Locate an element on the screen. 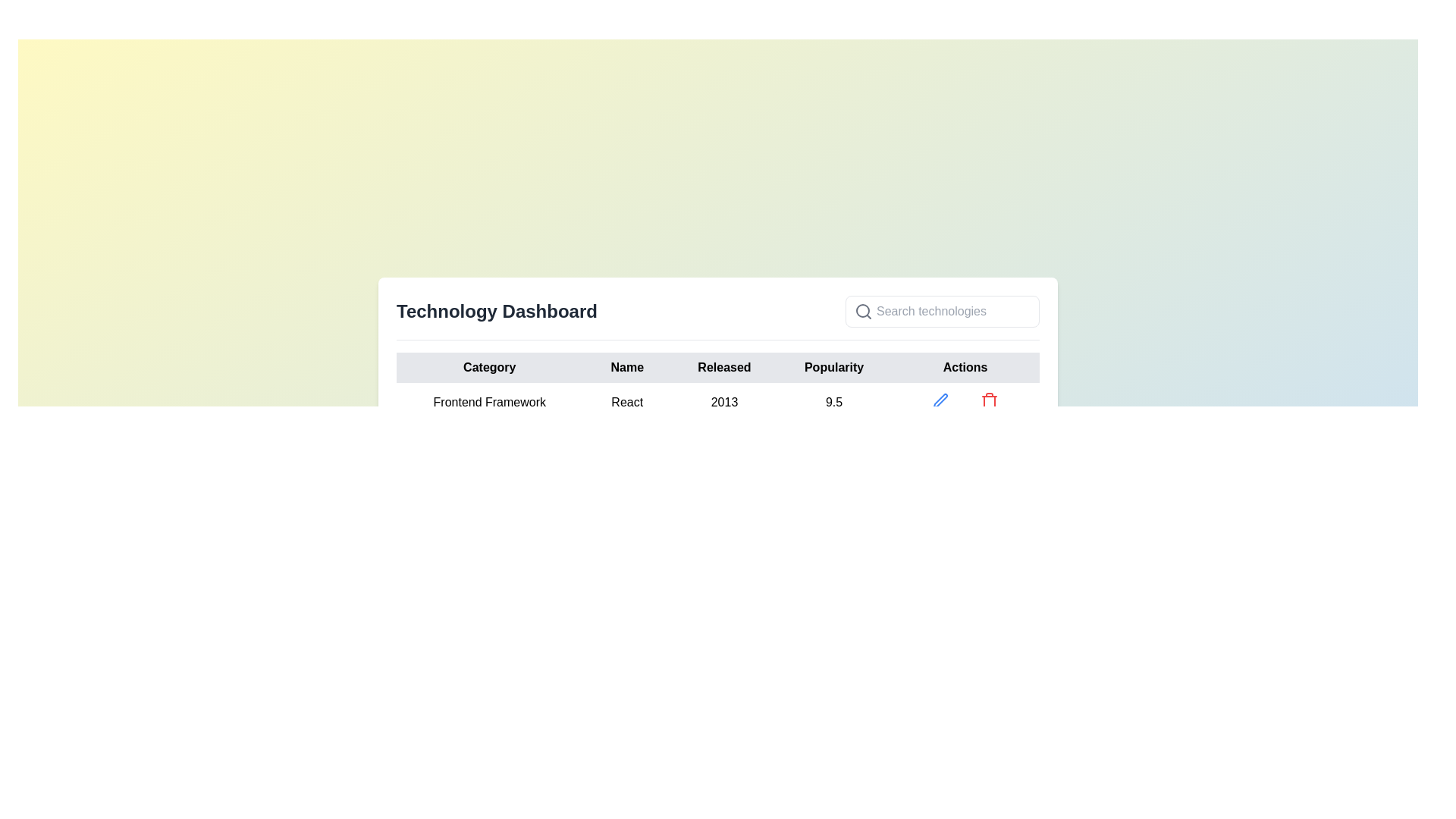  the input box associated with the magnifying glass icon represented by the SVG circle element located at the left side of the search bar is located at coordinates (862, 309).